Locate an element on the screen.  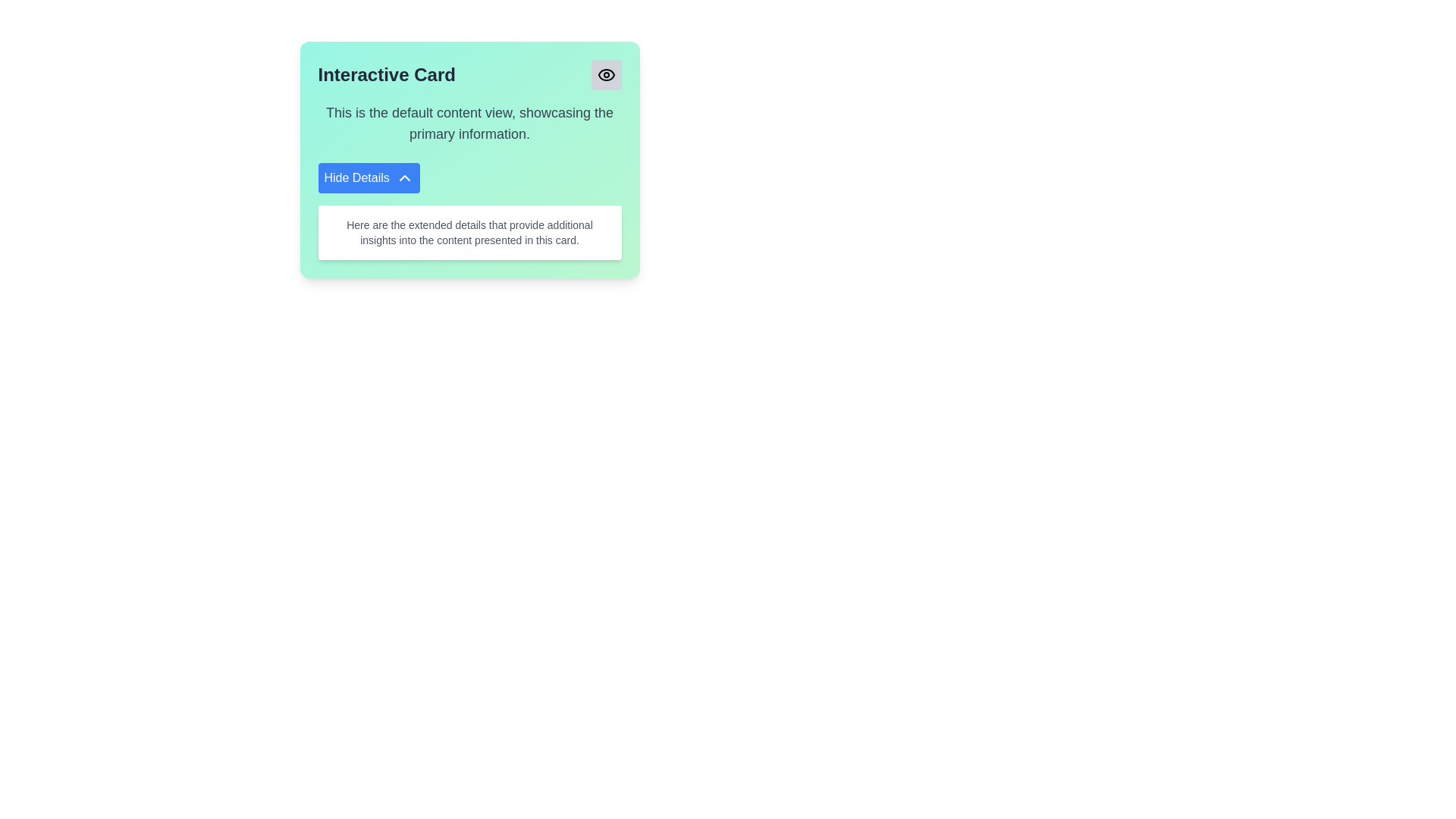
the button with an embedded icon located in the upper-right corner of the 'Interactive Card' is located at coordinates (605, 75).